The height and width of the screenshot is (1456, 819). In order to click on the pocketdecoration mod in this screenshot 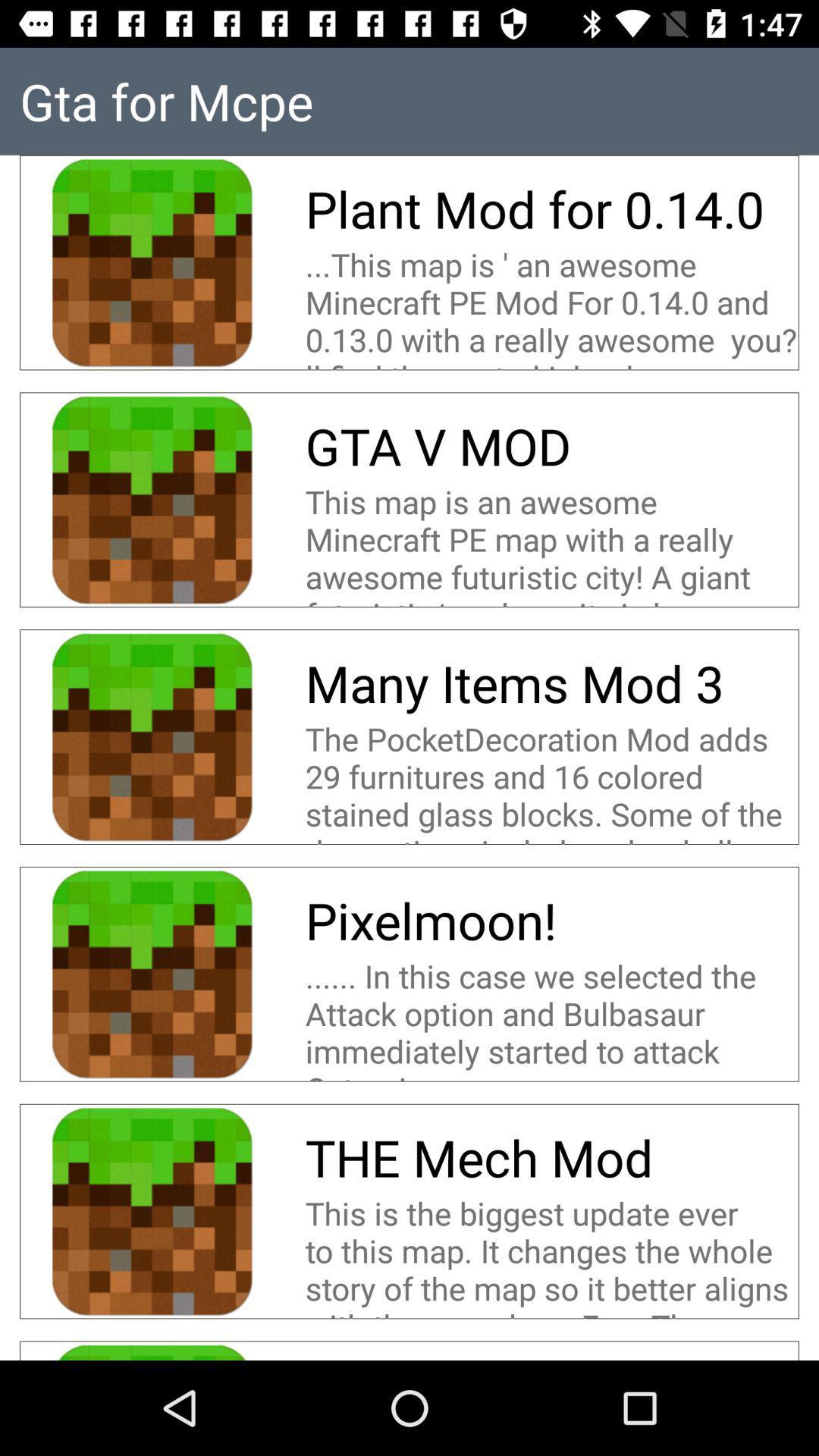, I will do `click(552, 780)`.